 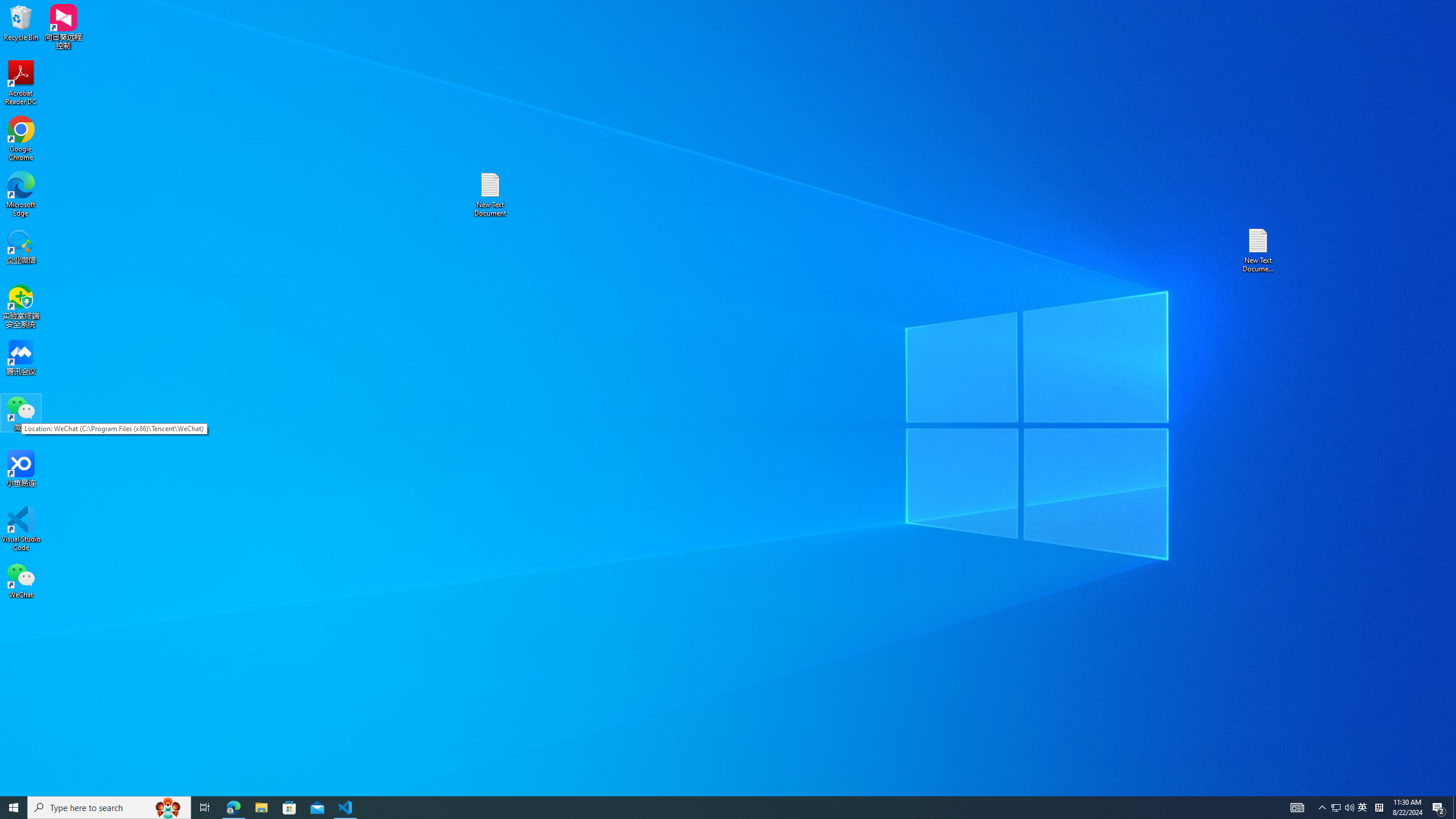 I want to click on 'Recycle Bin', so click(x=20, y=22).